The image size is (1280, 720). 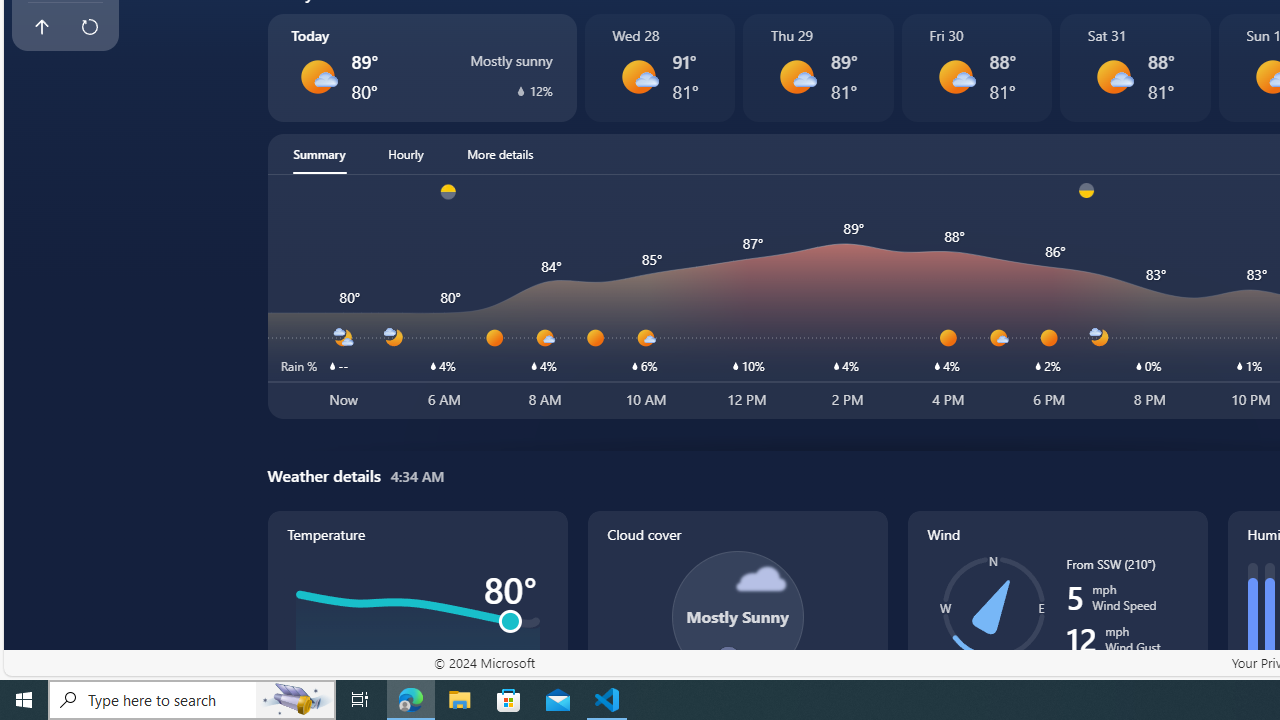 I want to click on 'More details', so click(x=500, y=153).